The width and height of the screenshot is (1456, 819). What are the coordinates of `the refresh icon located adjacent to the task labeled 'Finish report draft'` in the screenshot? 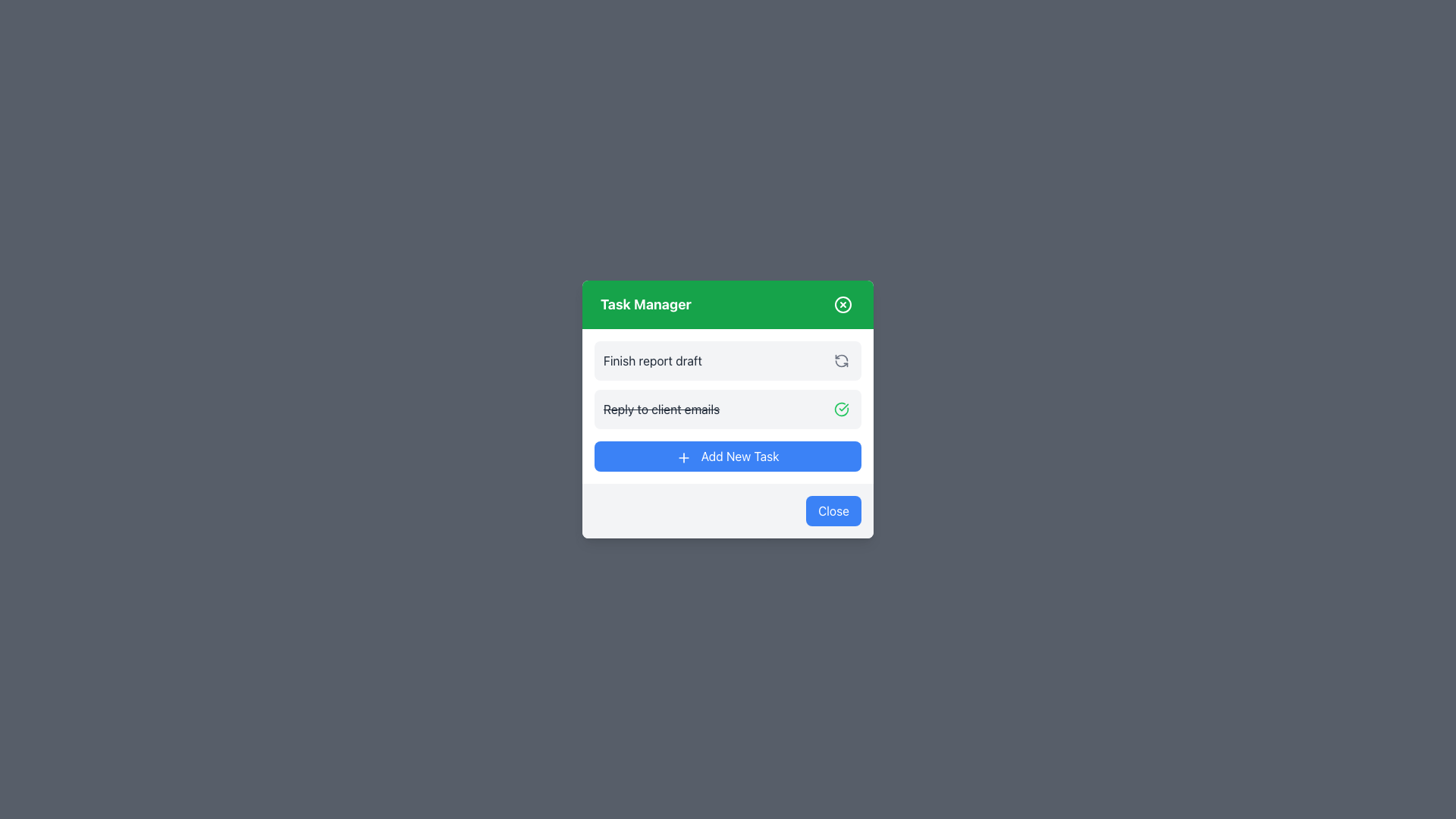 It's located at (840, 360).